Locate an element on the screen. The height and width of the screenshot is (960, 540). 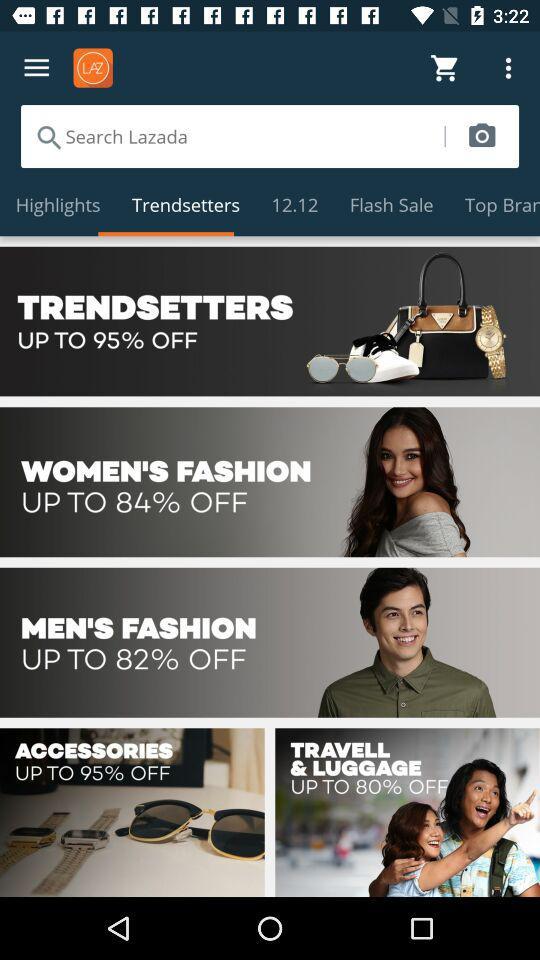
icon above the highlights is located at coordinates (231, 135).